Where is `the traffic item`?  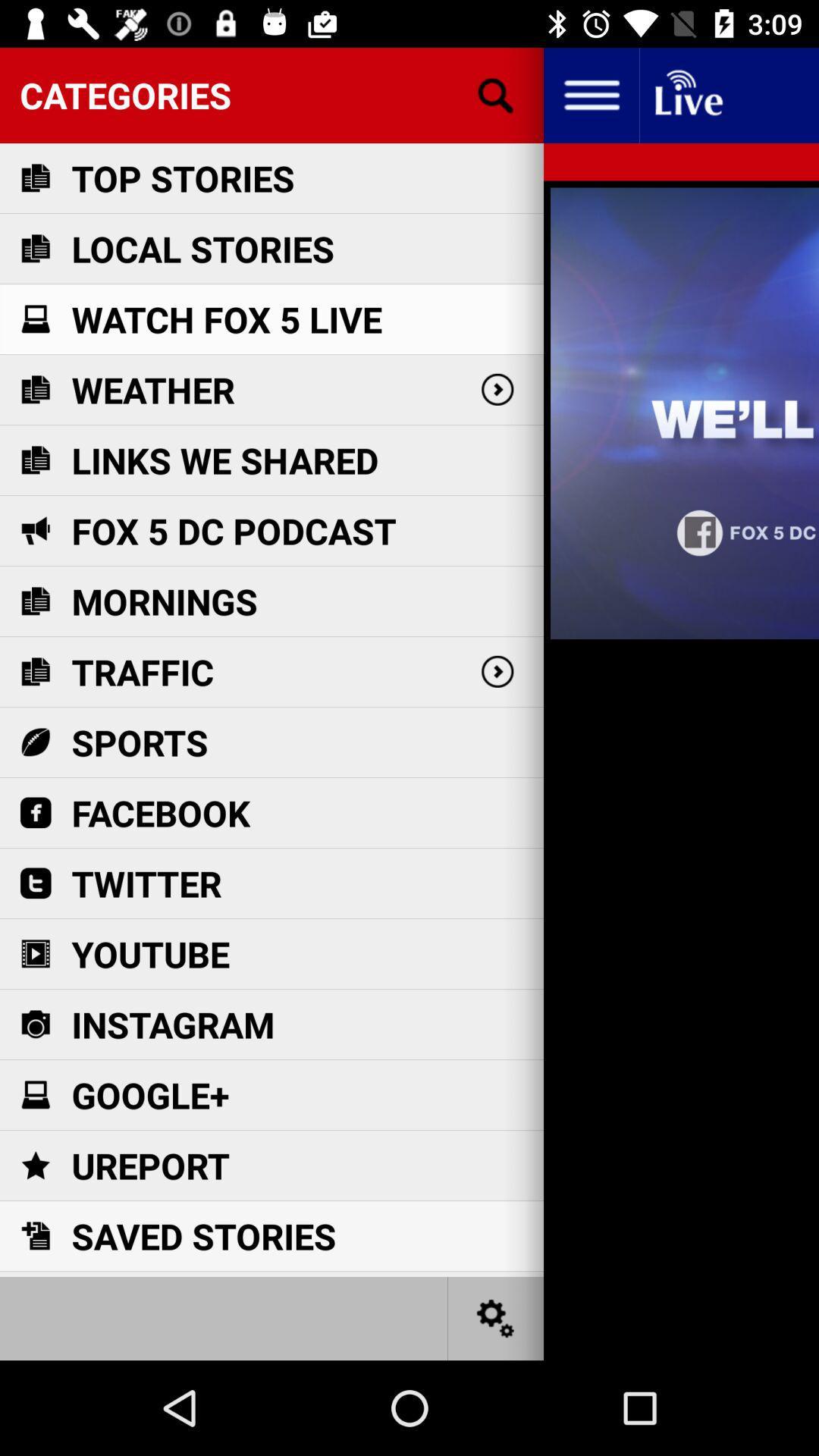 the traffic item is located at coordinates (143, 671).